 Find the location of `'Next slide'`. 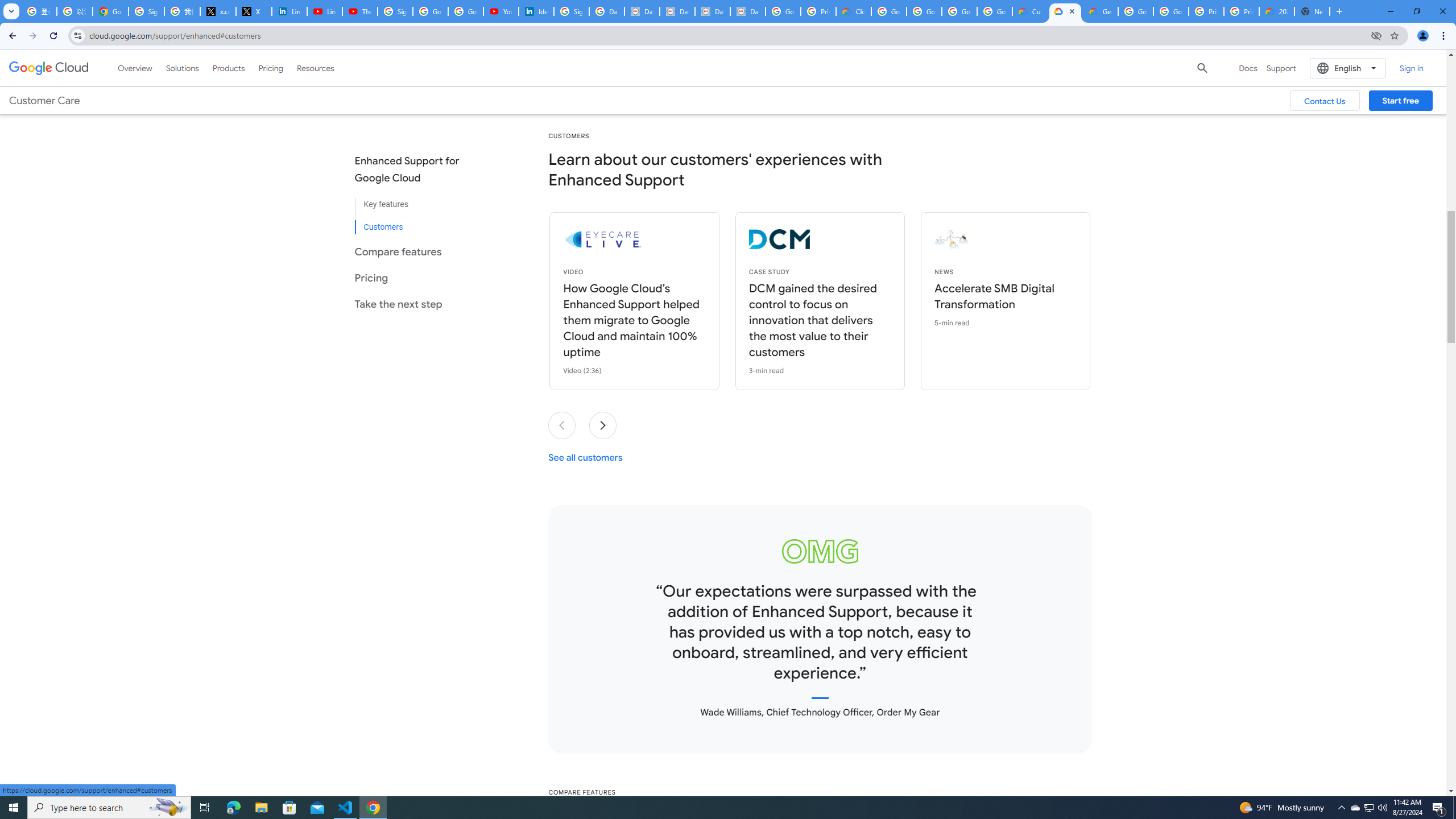

'Next slide' is located at coordinates (603, 425).